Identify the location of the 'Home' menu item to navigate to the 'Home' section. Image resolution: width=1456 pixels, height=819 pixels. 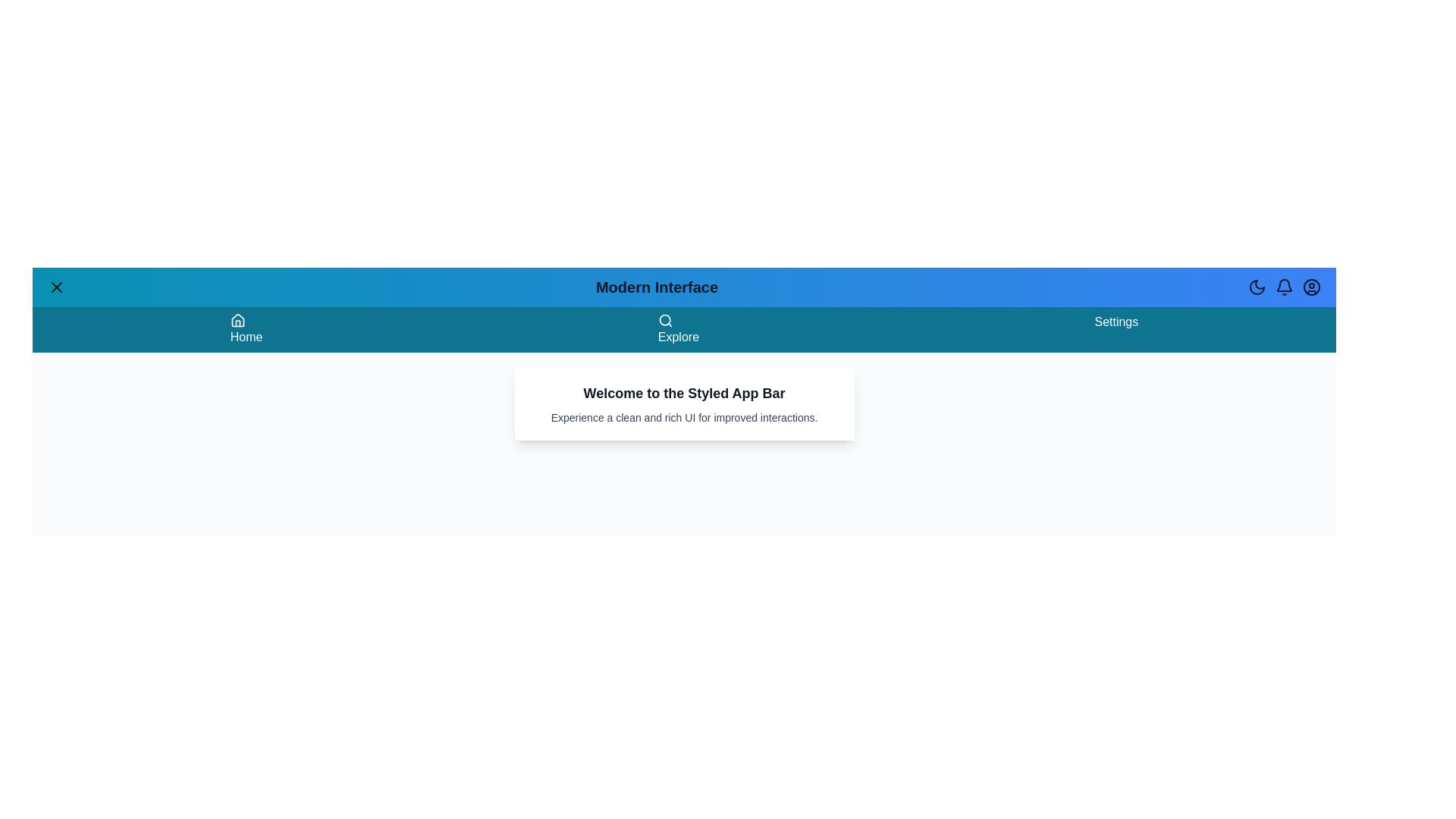
(246, 329).